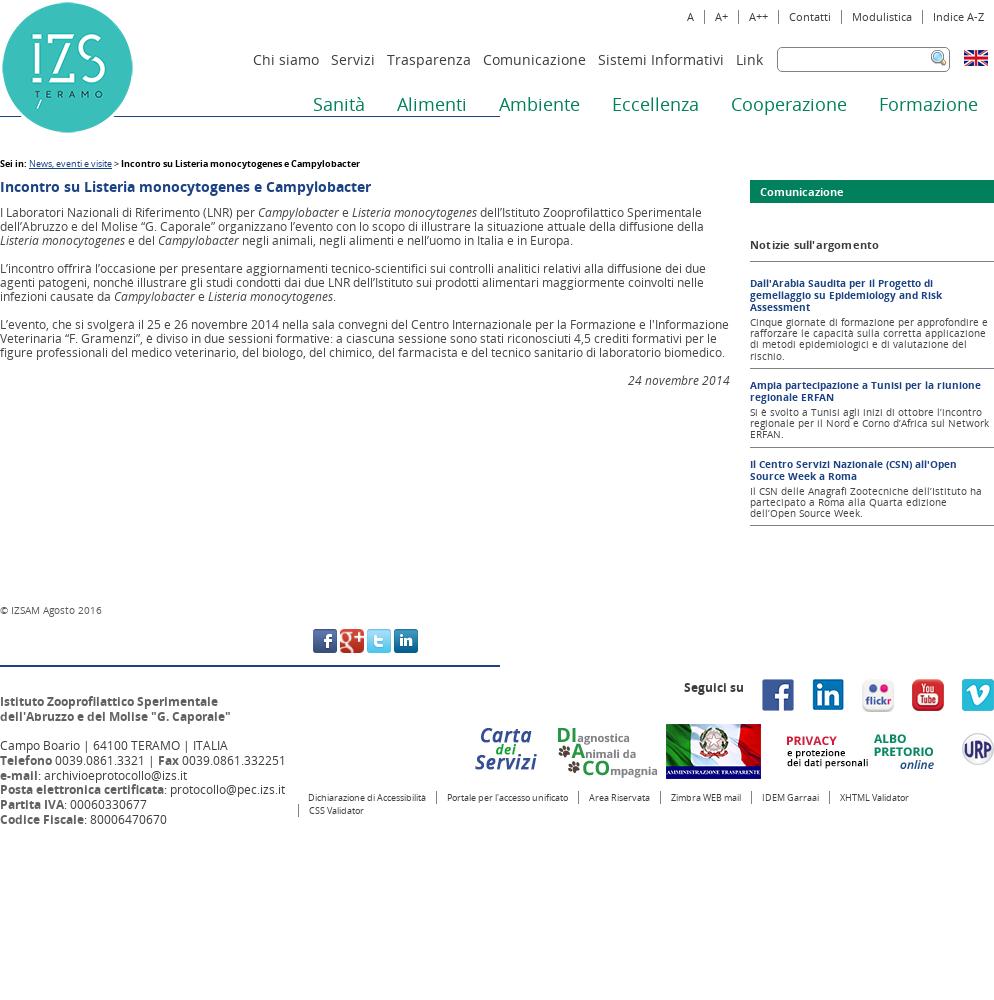 The width and height of the screenshot is (994, 1000). What do you see at coordinates (248, 976) in the screenshot?
I see `'Utilizzo dei cookie'` at bounding box center [248, 976].